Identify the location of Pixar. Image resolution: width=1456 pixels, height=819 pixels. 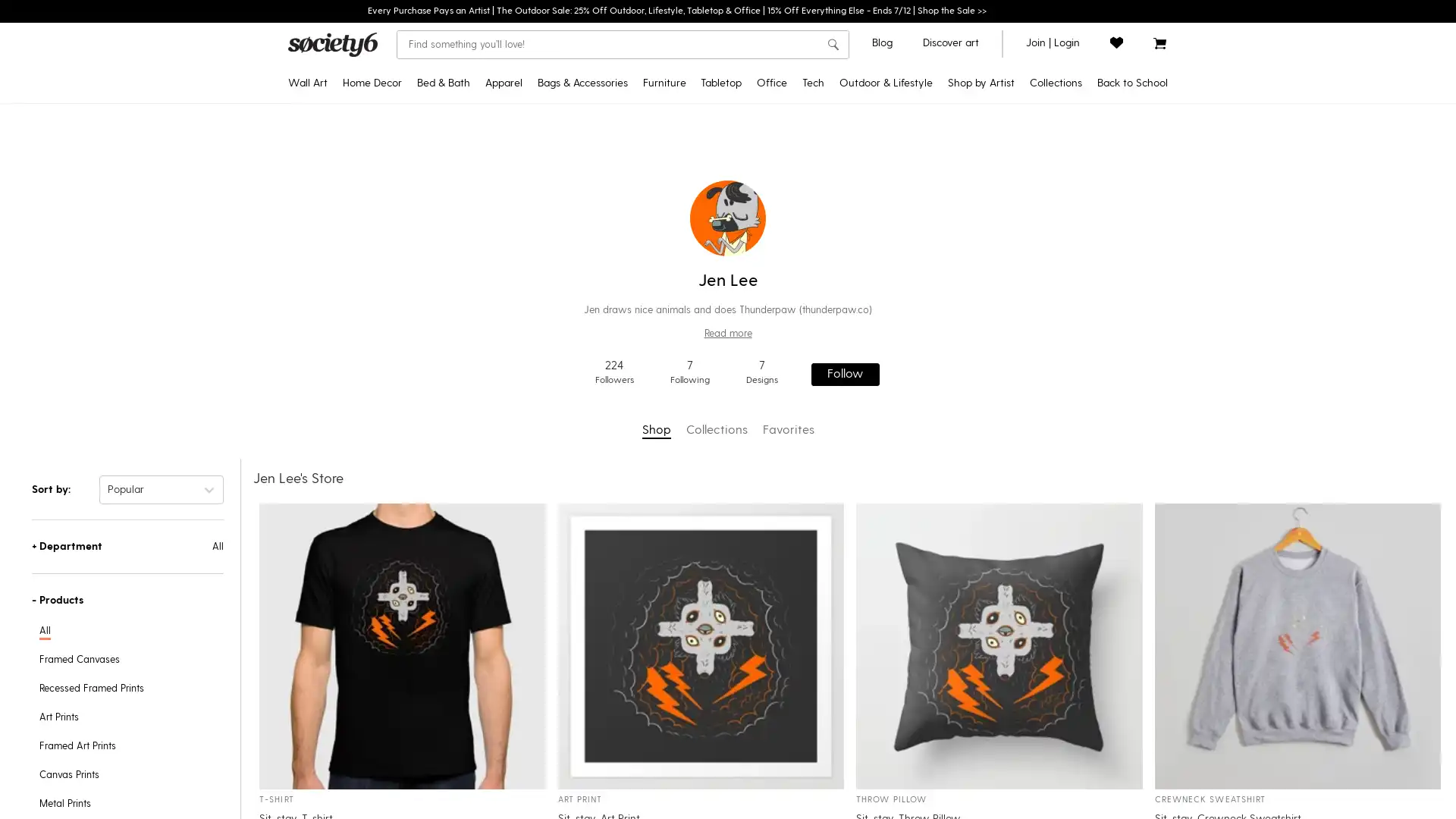
(940, 170).